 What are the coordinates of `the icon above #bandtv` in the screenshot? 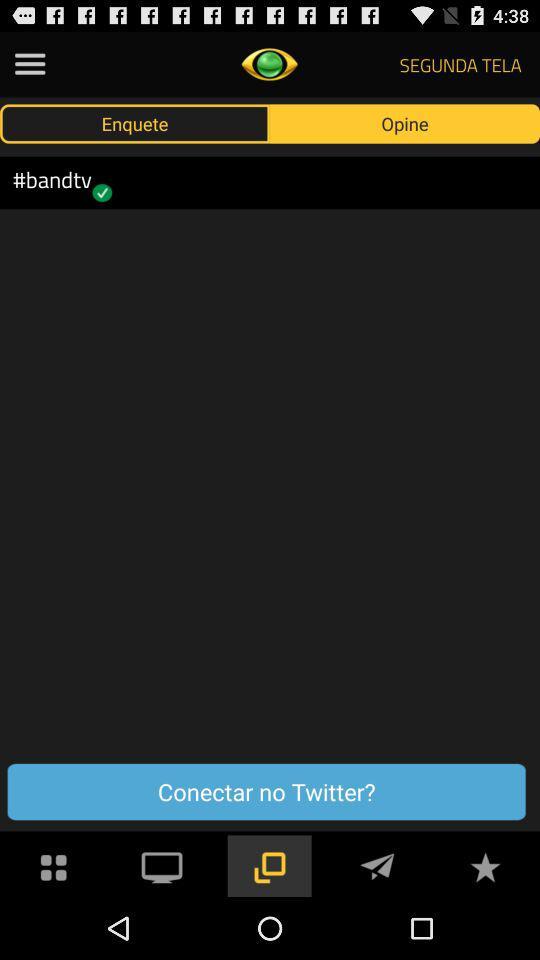 It's located at (135, 122).